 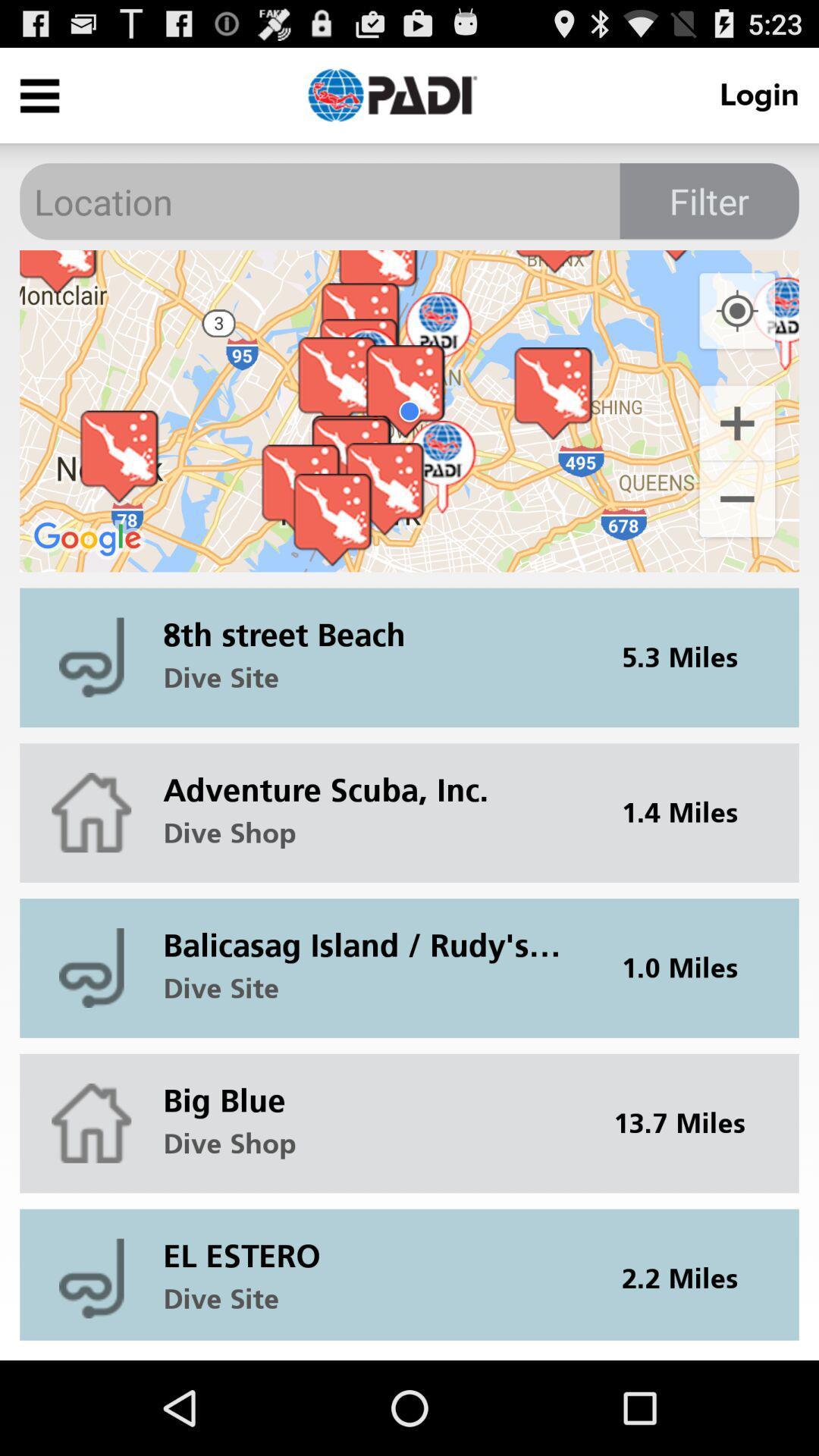 What do you see at coordinates (689, 1274) in the screenshot?
I see `item next to el estero` at bounding box center [689, 1274].